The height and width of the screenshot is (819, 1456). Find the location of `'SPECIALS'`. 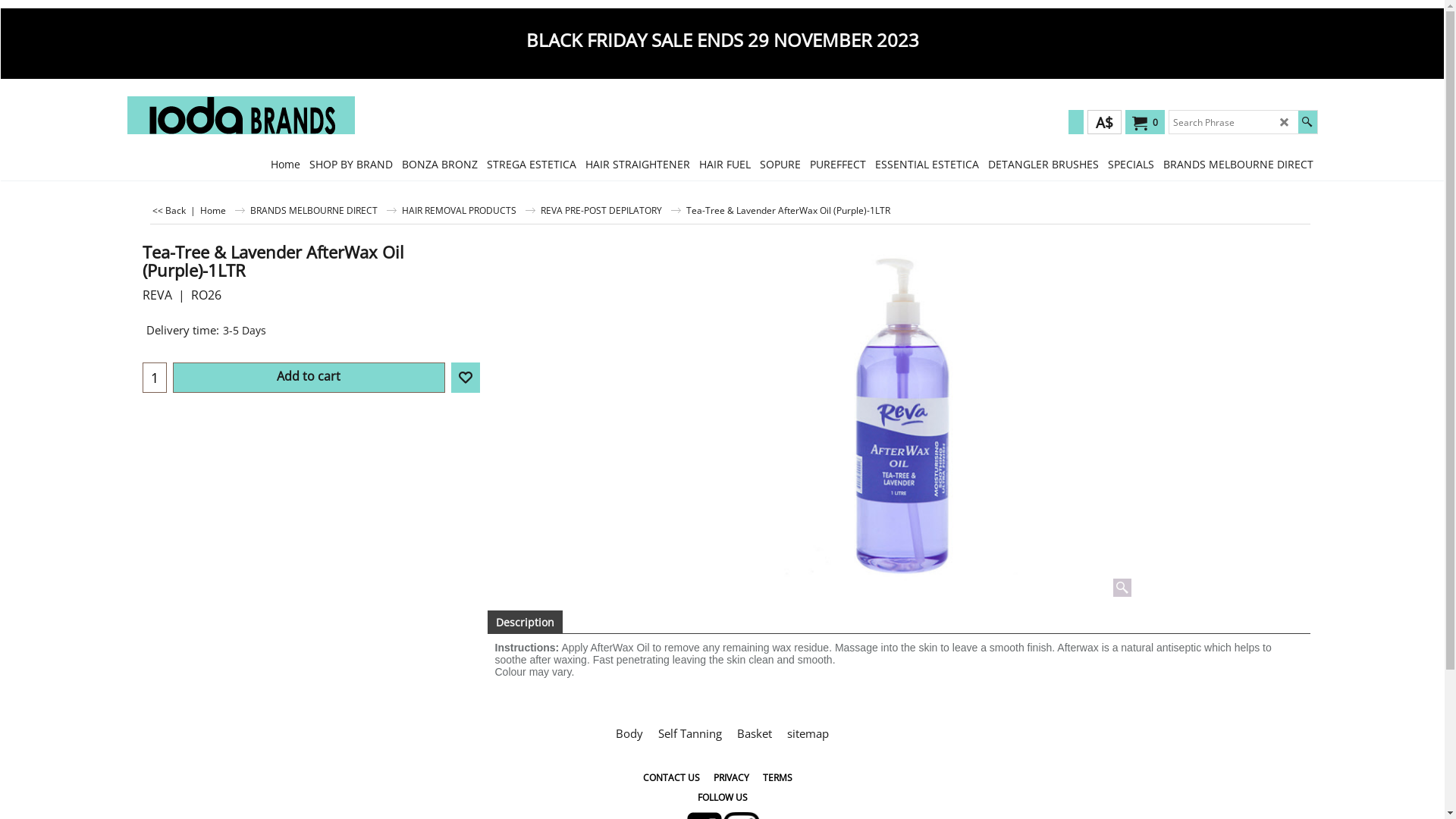

'SPECIALS' is located at coordinates (1103, 163).